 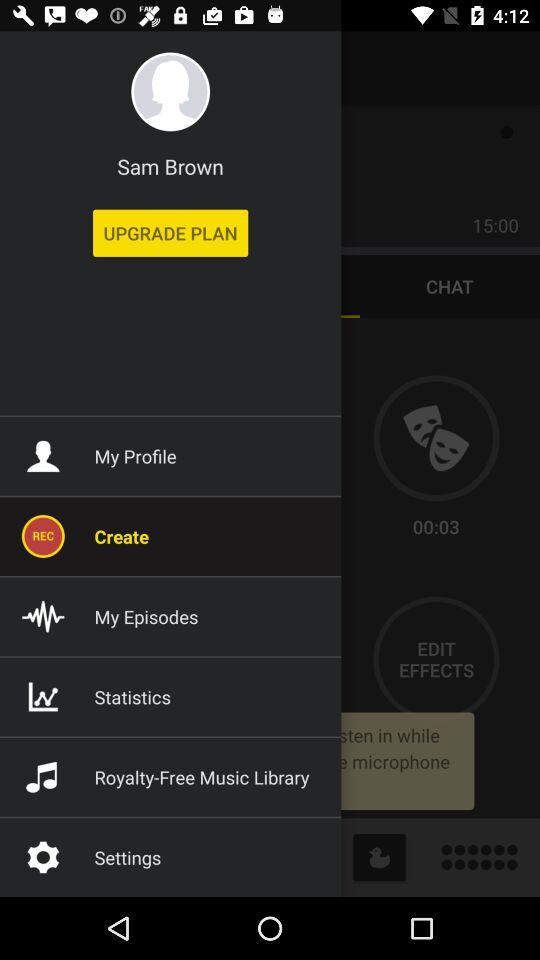 What do you see at coordinates (43, 696) in the screenshot?
I see `the statistics icon` at bounding box center [43, 696].